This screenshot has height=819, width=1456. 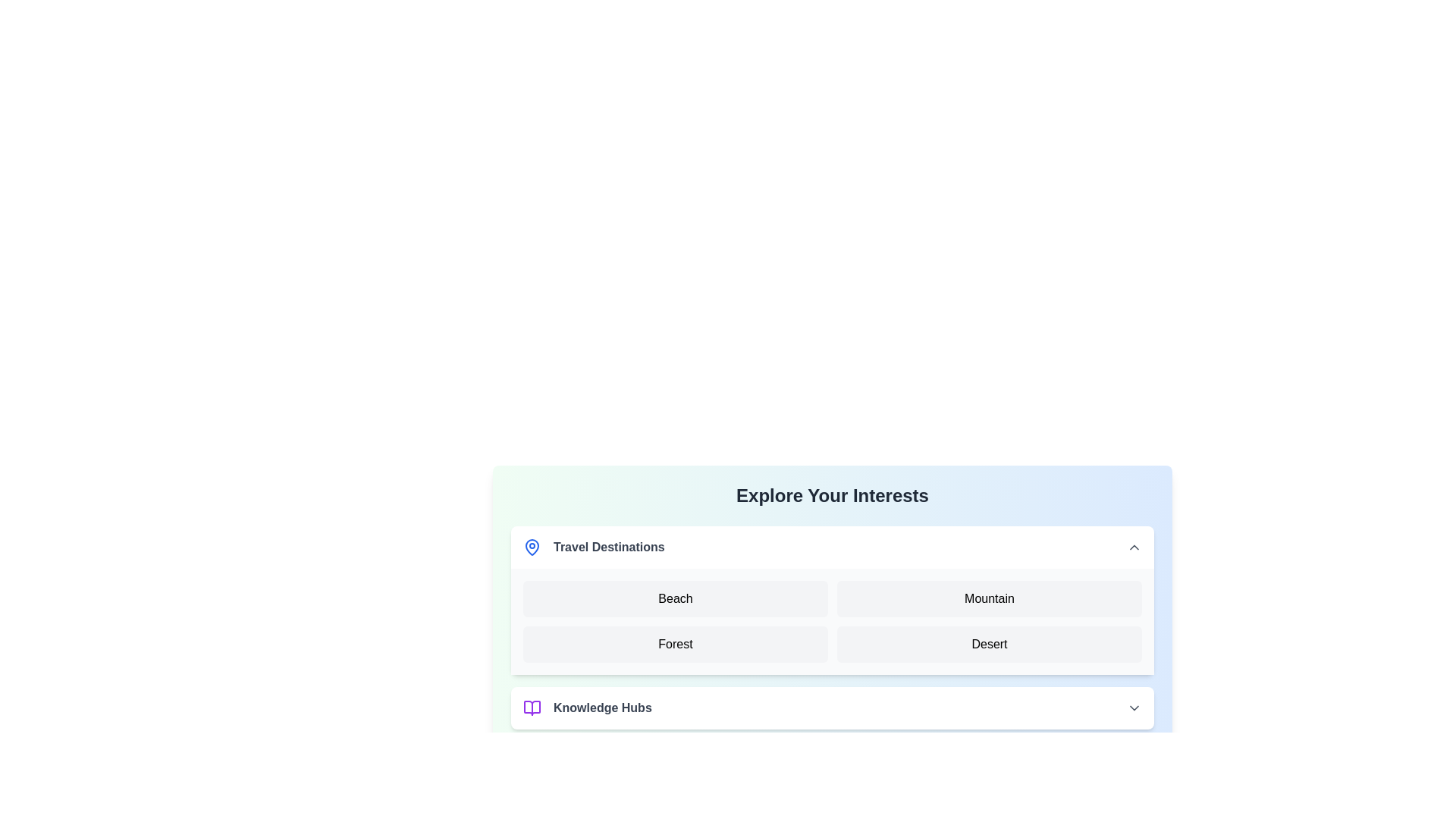 I want to click on the interactivity of the 'Knowledge Hubs' icon, which is located to the left of the text 'Knowledge Hubs' under the 'Explore Your Interests' section, so click(x=532, y=708).